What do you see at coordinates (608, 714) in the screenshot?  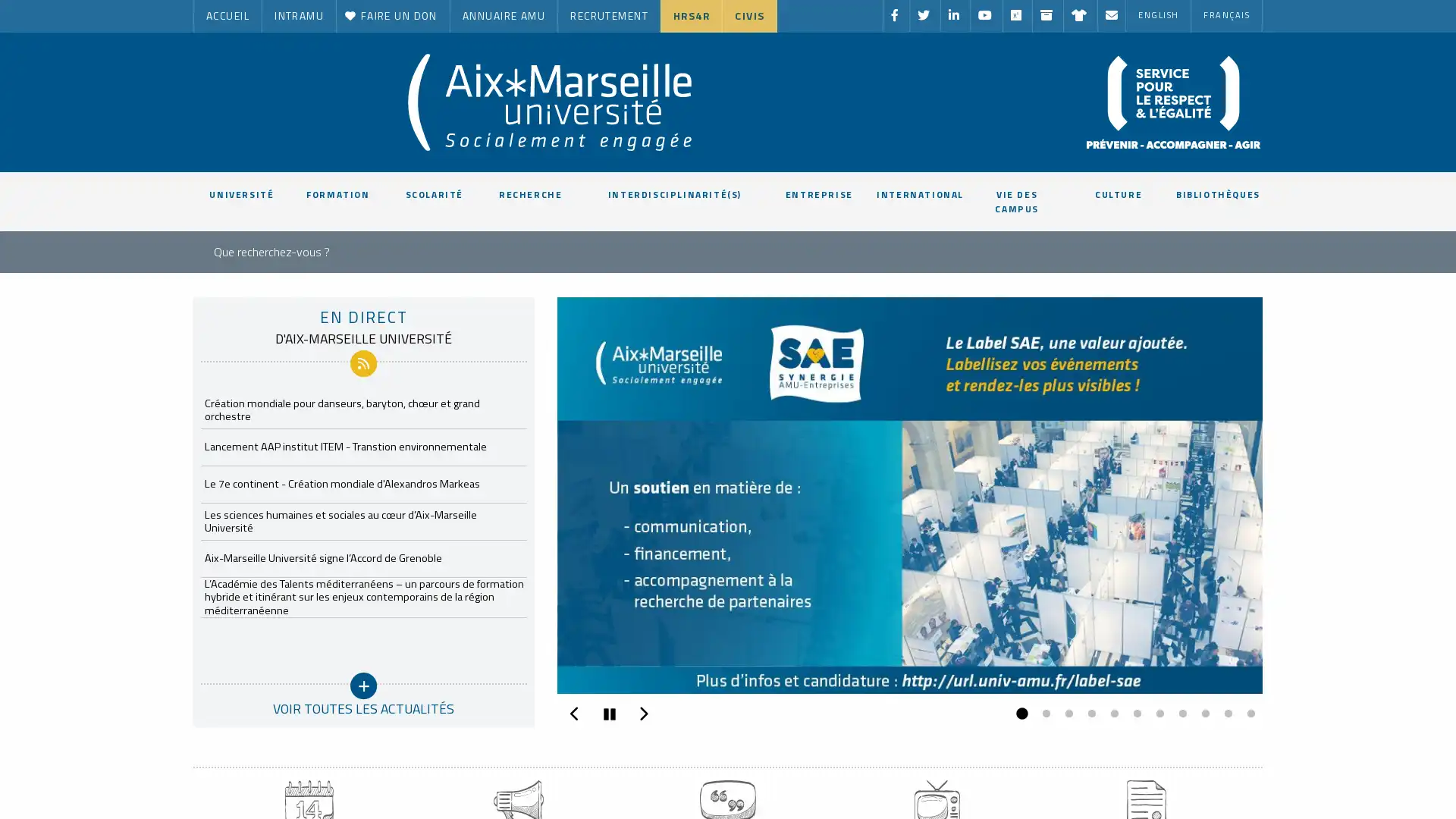 I see `Pause` at bounding box center [608, 714].